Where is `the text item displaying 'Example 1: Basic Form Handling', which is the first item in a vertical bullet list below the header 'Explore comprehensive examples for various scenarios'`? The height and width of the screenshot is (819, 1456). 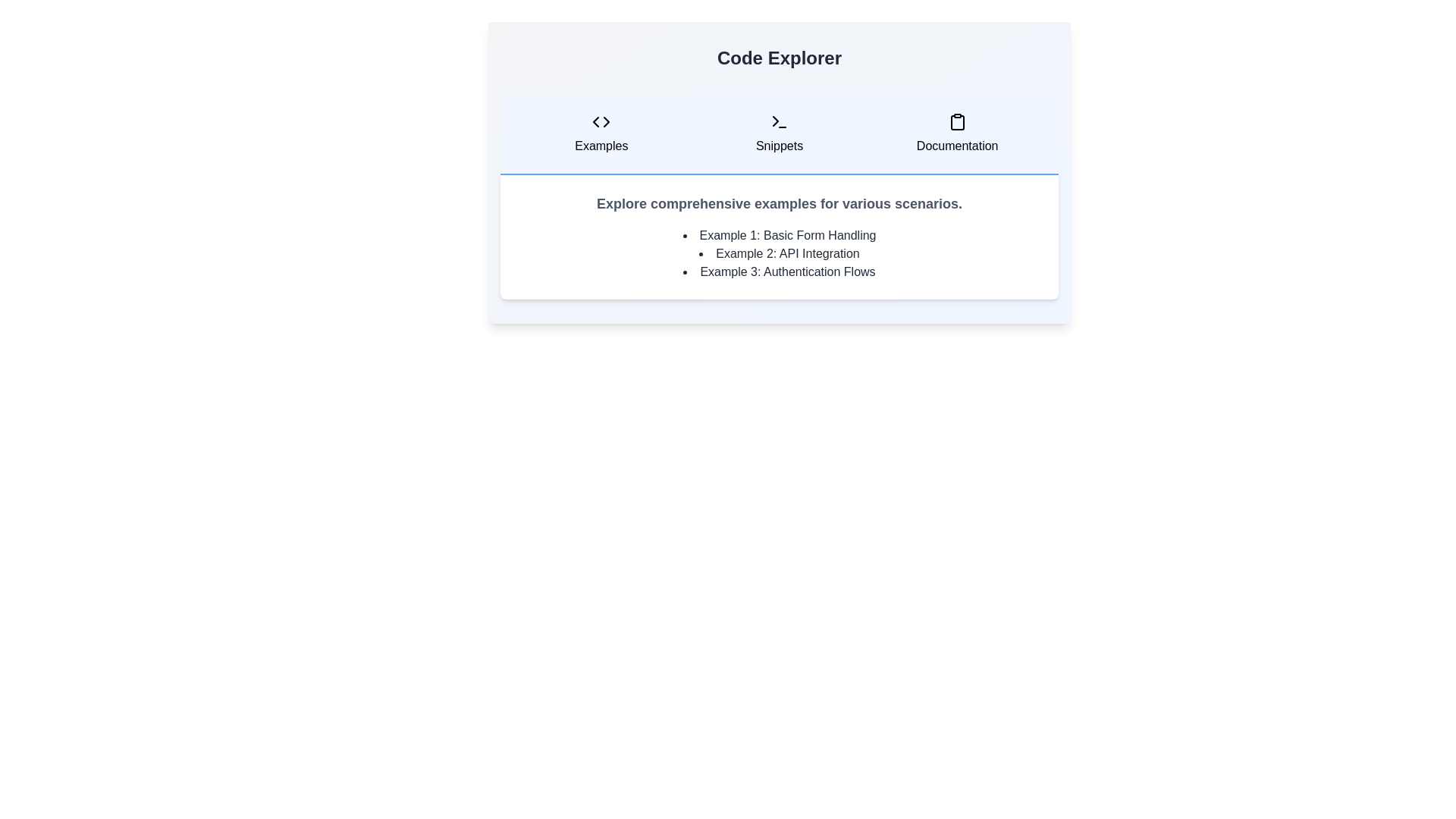
the text item displaying 'Example 1: Basic Form Handling', which is the first item in a vertical bullet list below the header 'Explore comprehensive examples for various scenarios' is located at coordinates (779, 236).